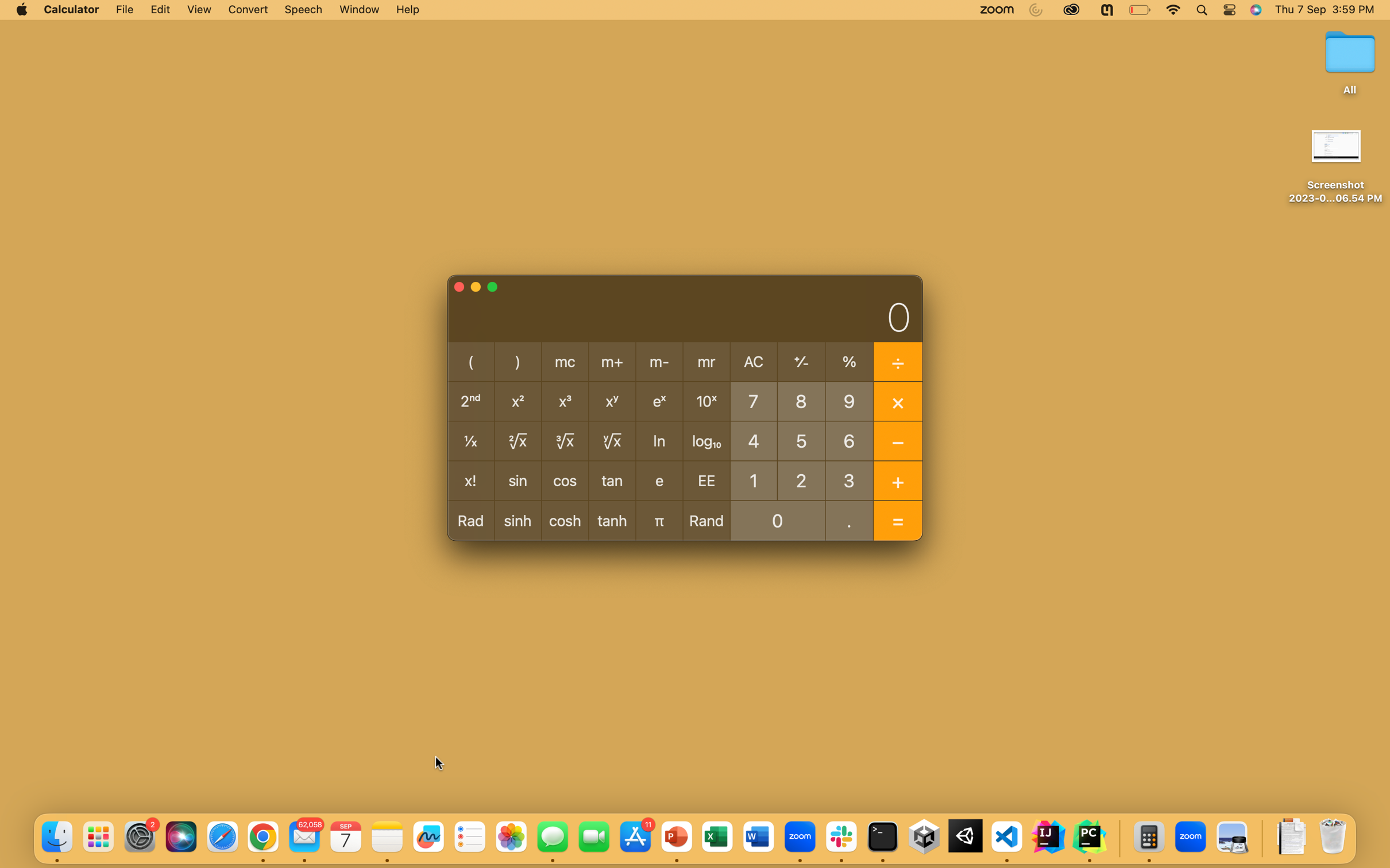 This screenshot has height=868, width=1390. I want to click on Compute the cos value for a 60 degrees angle, so click(848, 440).